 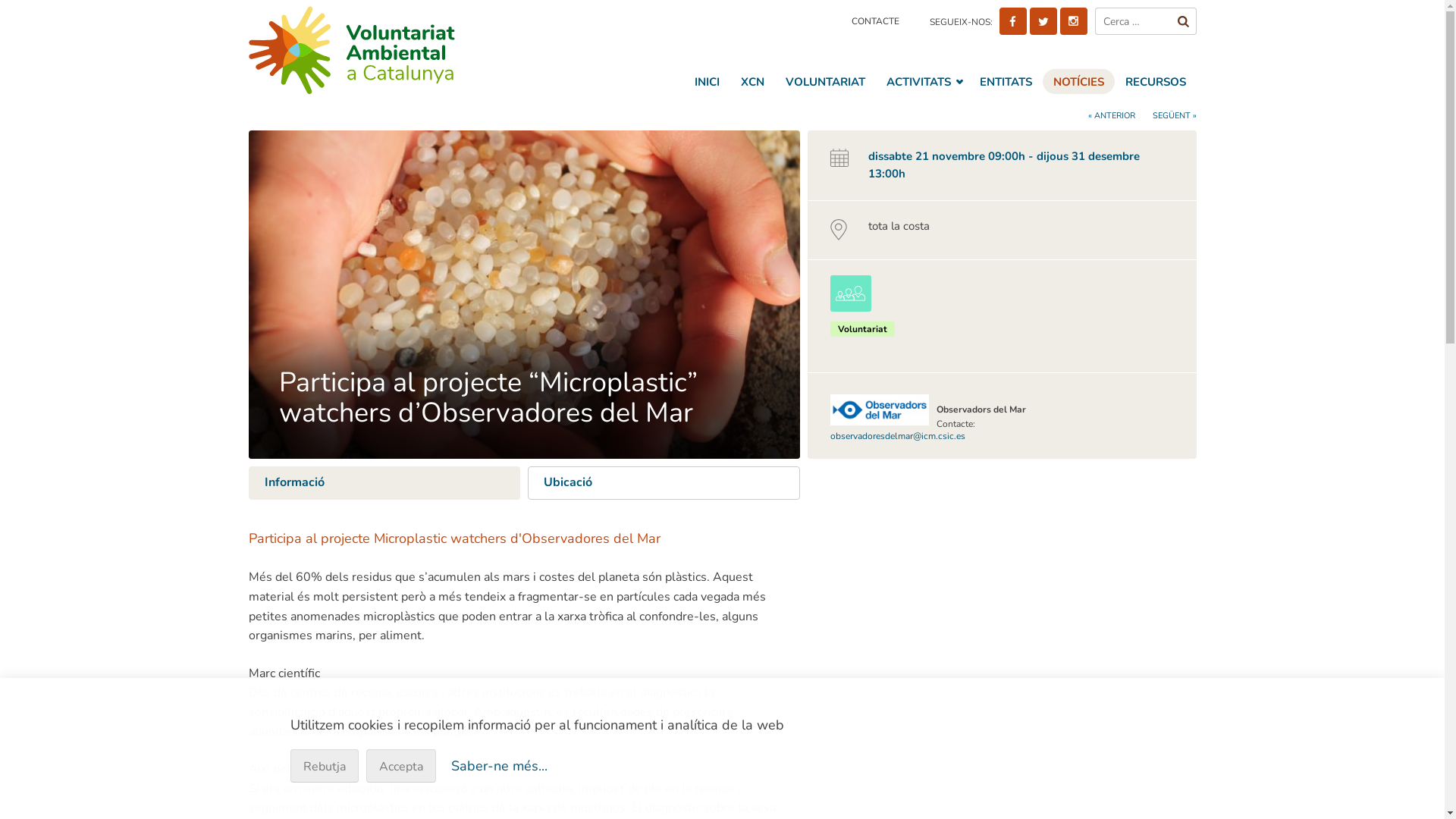 I want to click on 'Facebook', so click(x=1012, y=20).